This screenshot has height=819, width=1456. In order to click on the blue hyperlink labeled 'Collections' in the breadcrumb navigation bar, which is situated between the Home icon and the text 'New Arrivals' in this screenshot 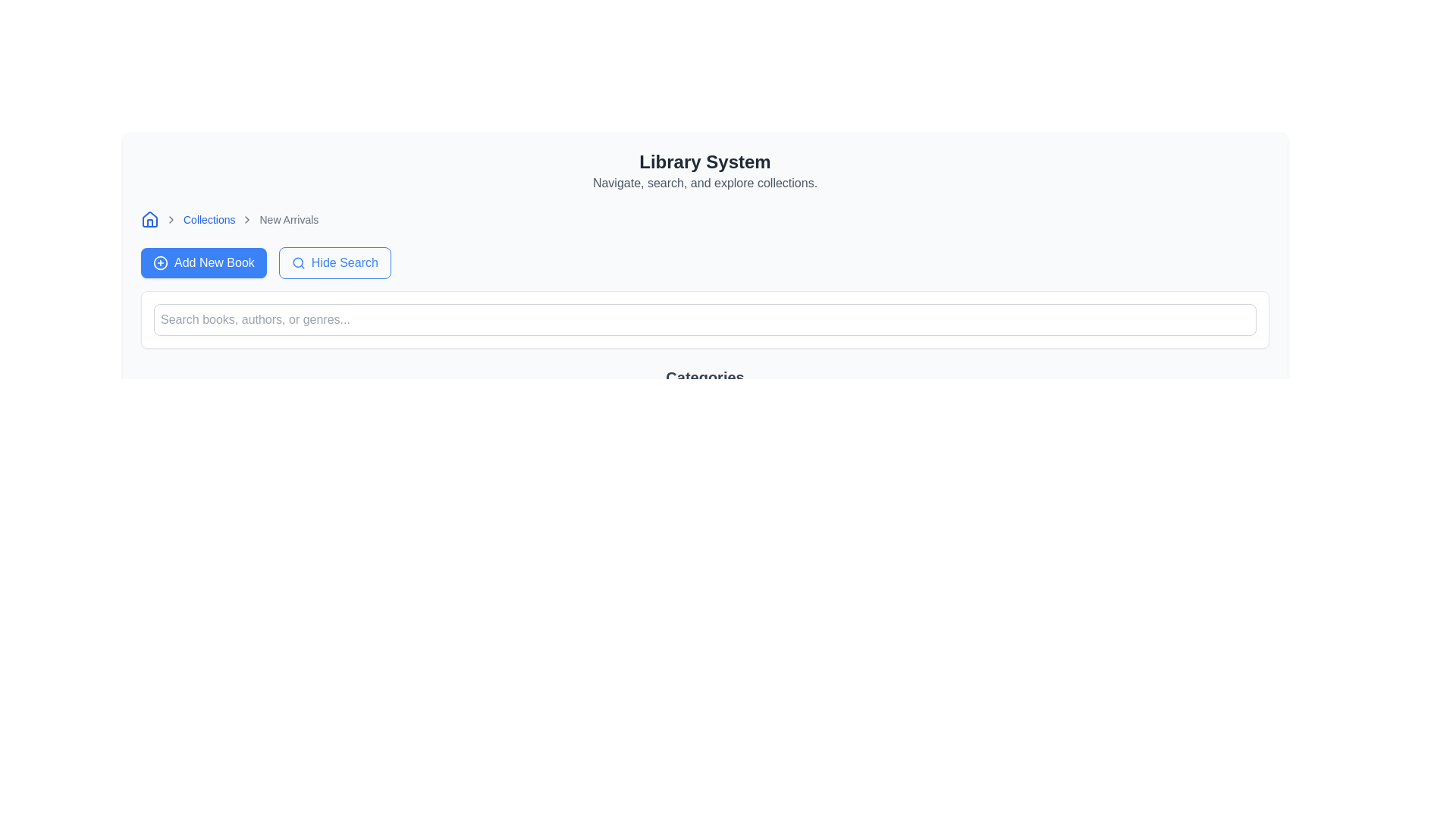, I will do `click(209, 219)`.